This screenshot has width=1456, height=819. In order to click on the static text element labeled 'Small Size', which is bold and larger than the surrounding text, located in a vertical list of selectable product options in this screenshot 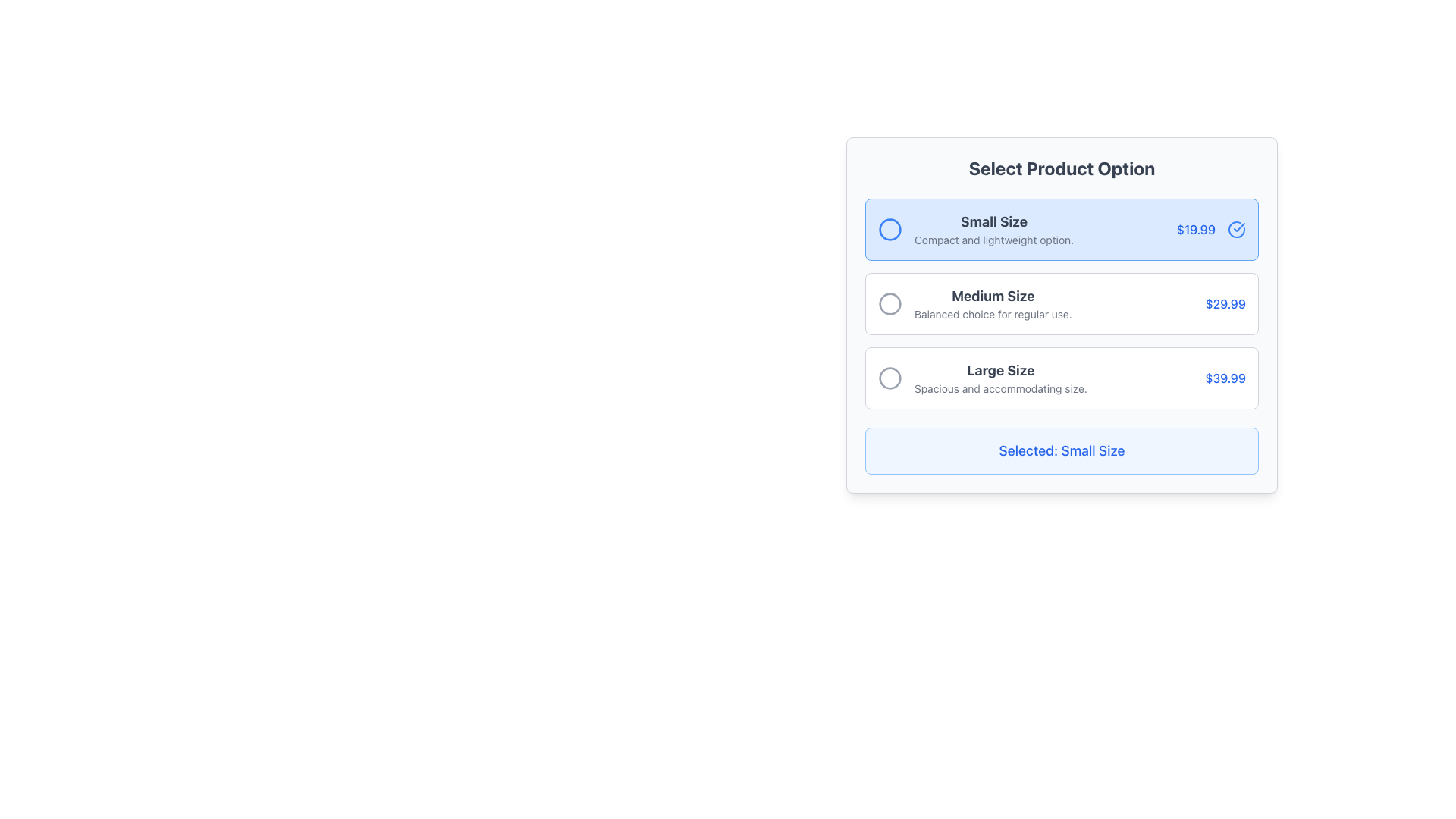, I will do `click(993, 222)`.